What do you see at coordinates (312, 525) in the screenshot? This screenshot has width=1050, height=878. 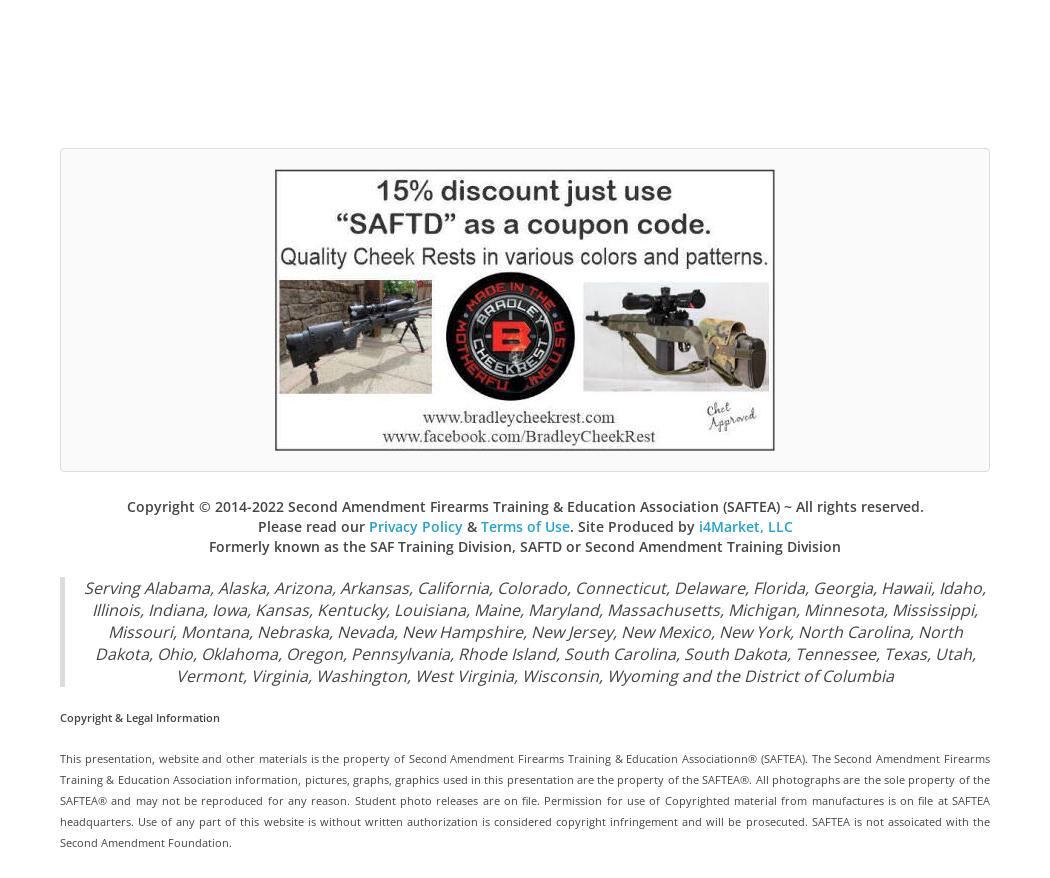 I see `'Please read our'` at bounding box center [312, 525].